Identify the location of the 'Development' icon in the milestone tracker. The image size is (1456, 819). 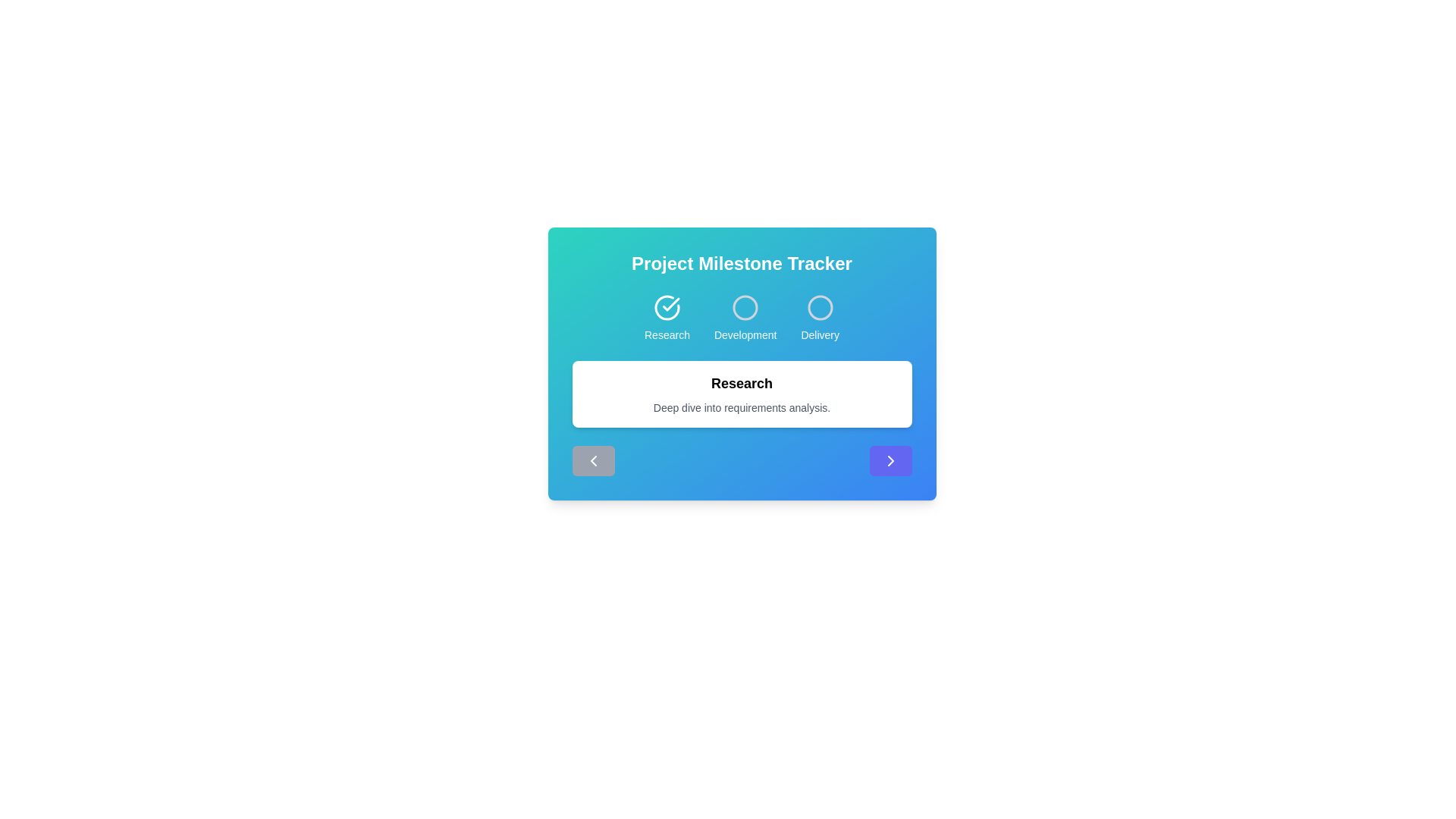
(742, 318).